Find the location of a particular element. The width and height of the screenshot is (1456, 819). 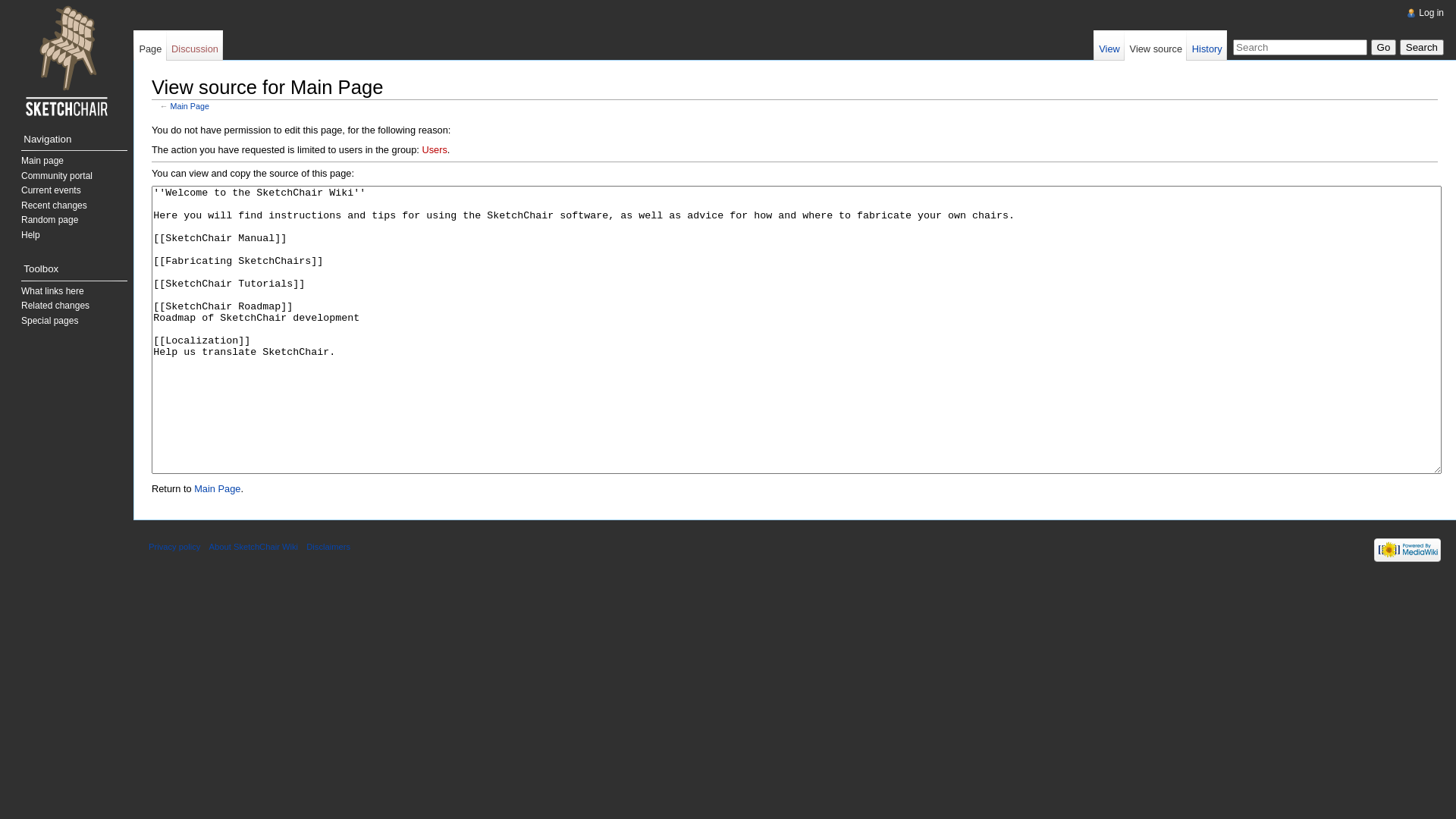

'History' is located at coordinates (1206, 45).